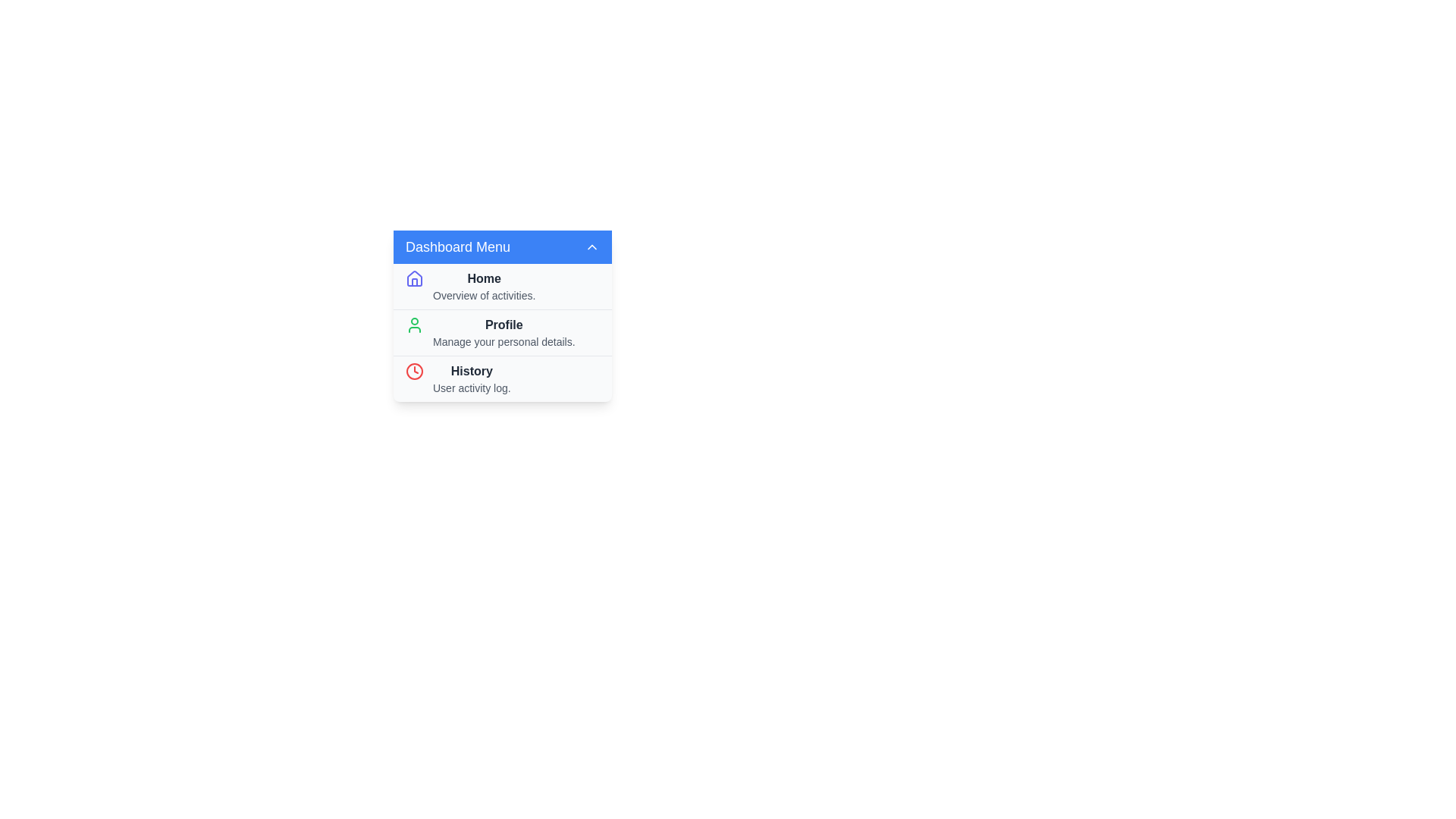  Describe the element at coordinates (471, 378) in the screenshot. I see `the third entry in the vertical navigation menu, which is likely used for navigating to the 'History' or 'Activity Log' page` at that location.